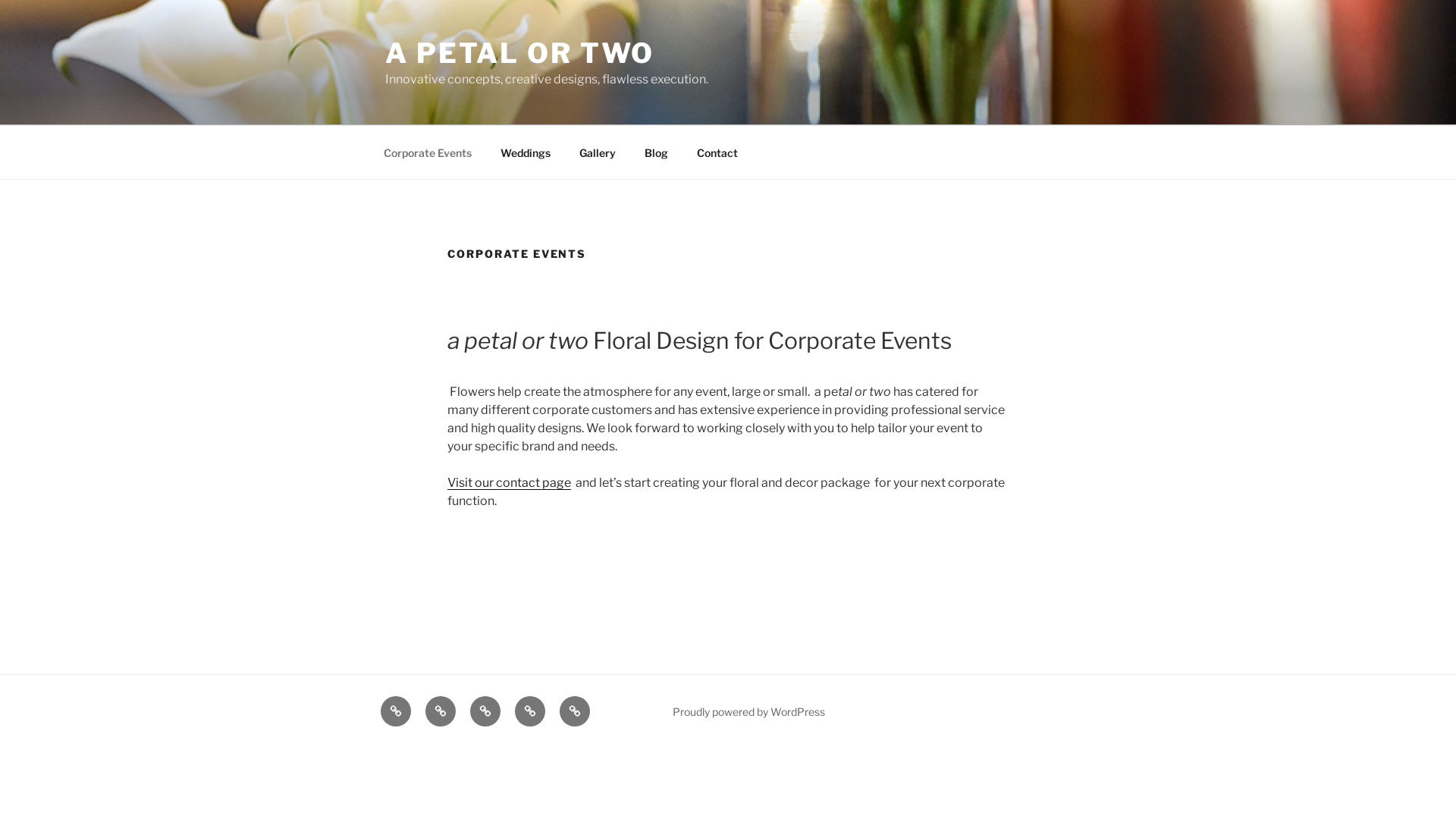 This screenshot has height=819, width=1456. Describe the element at coordinates (426, 152) in the screenshot. I see `'Corporate Events'` at that location.